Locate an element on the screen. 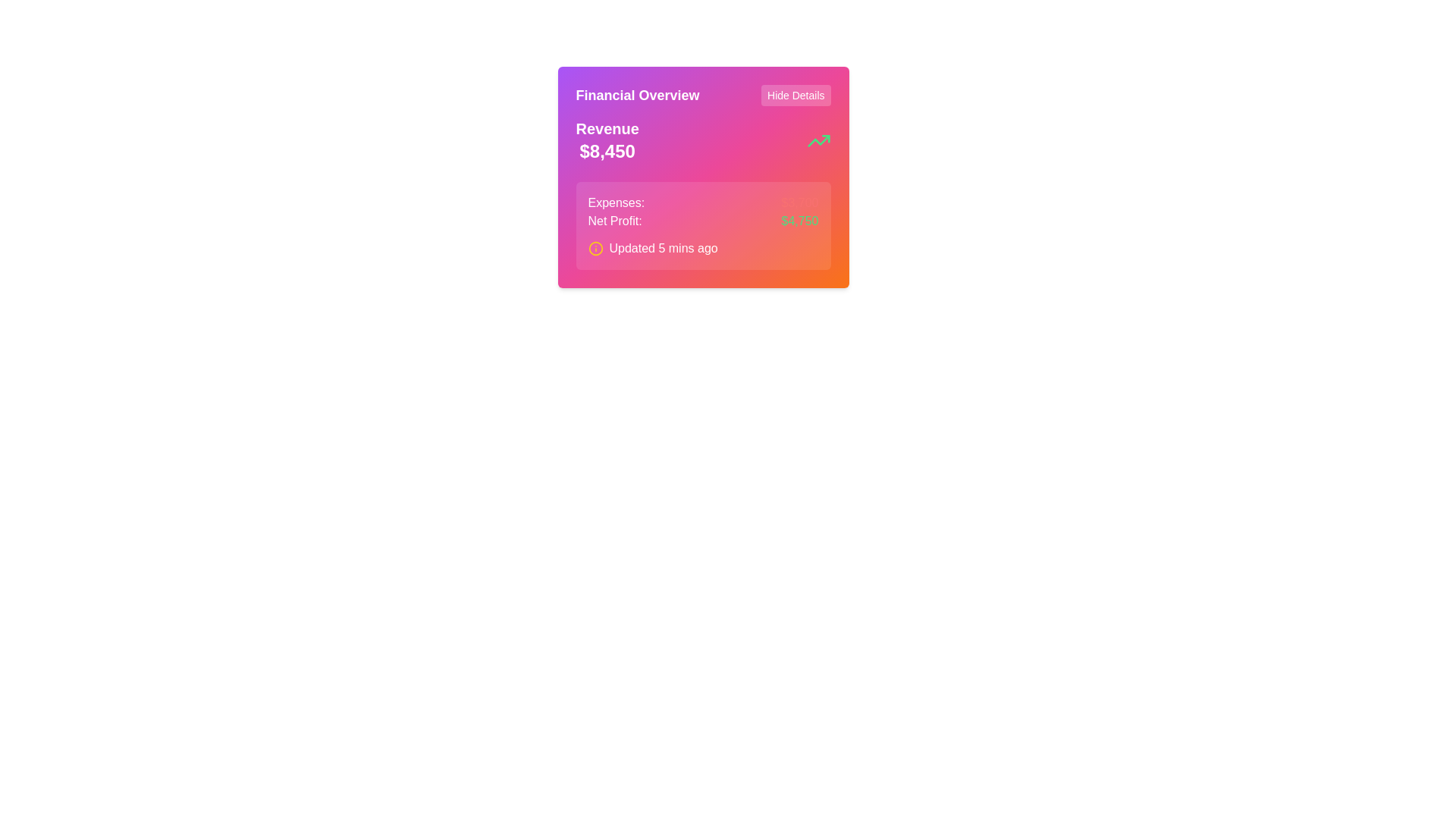 The height and width of the screenshot is (819, 1456). the toggle button in the upper-right corner of the 'Financial Overview' section to observe the hover effect is located at coordinates (795, 96).